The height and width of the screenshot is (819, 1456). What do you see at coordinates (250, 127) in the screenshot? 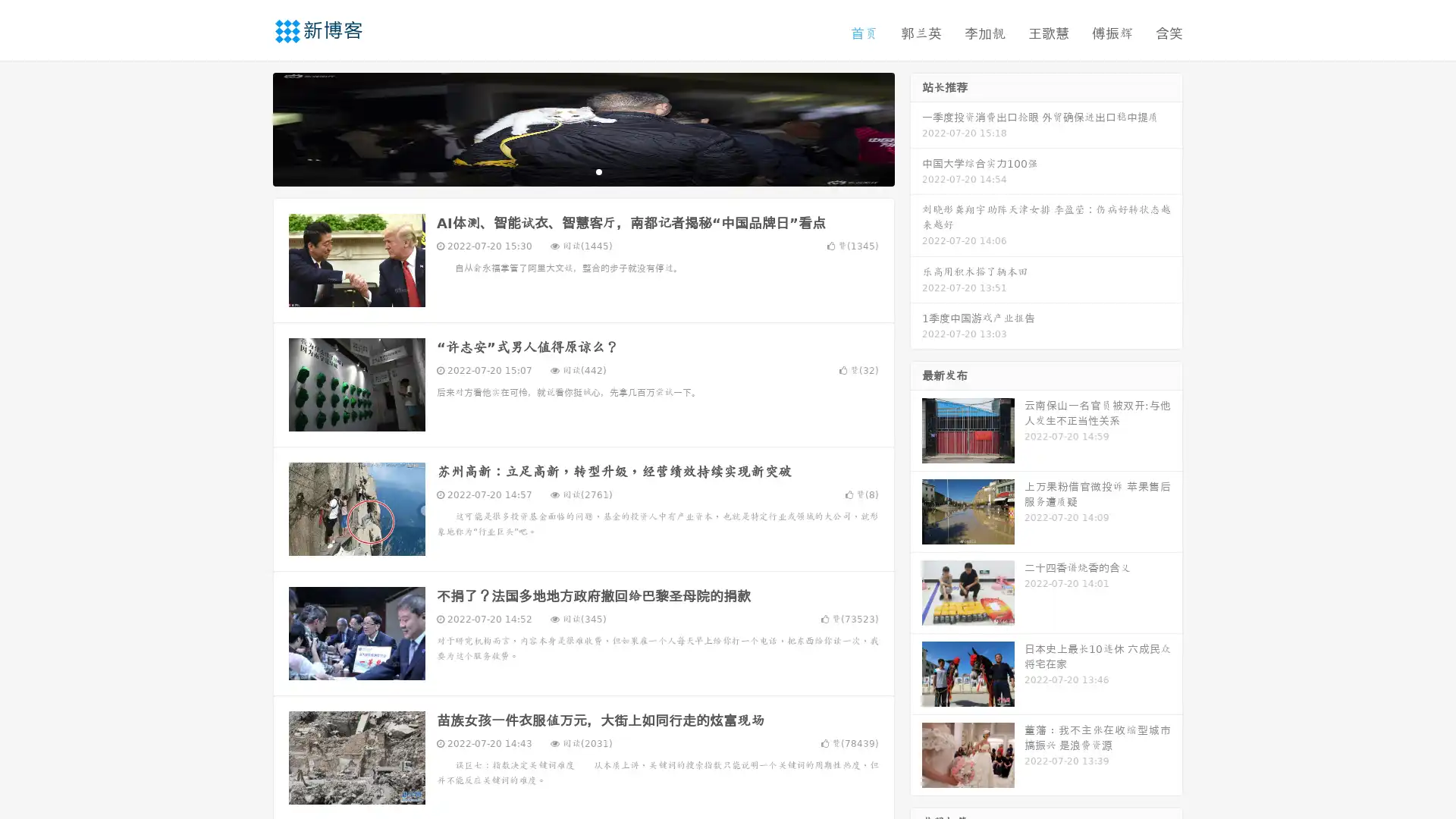
I see `Previous slide` at bounding box center [250, 127].